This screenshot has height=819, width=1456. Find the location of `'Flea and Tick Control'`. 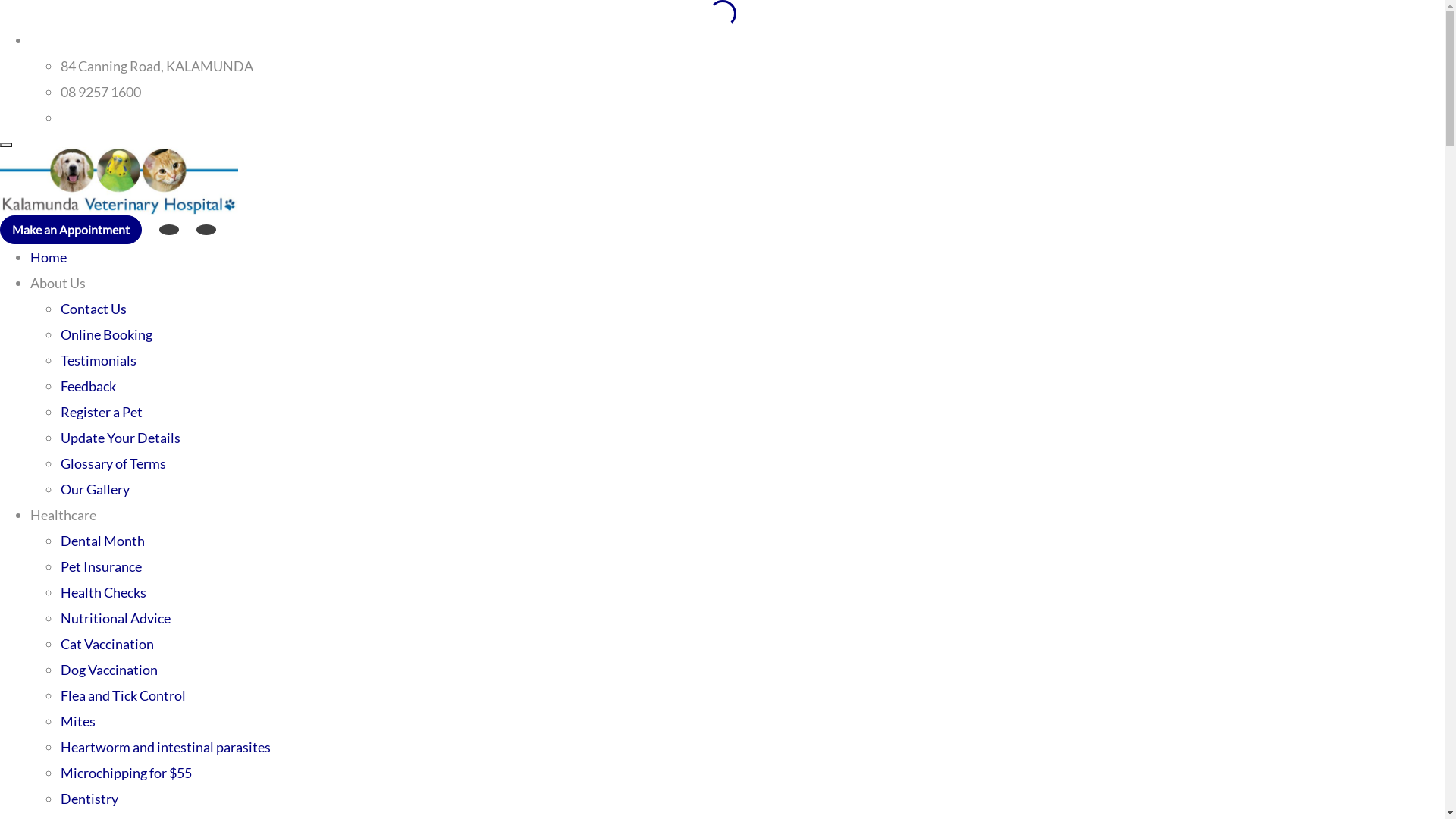

'Flea and Tick Control' is located at coordinates (123, 695).